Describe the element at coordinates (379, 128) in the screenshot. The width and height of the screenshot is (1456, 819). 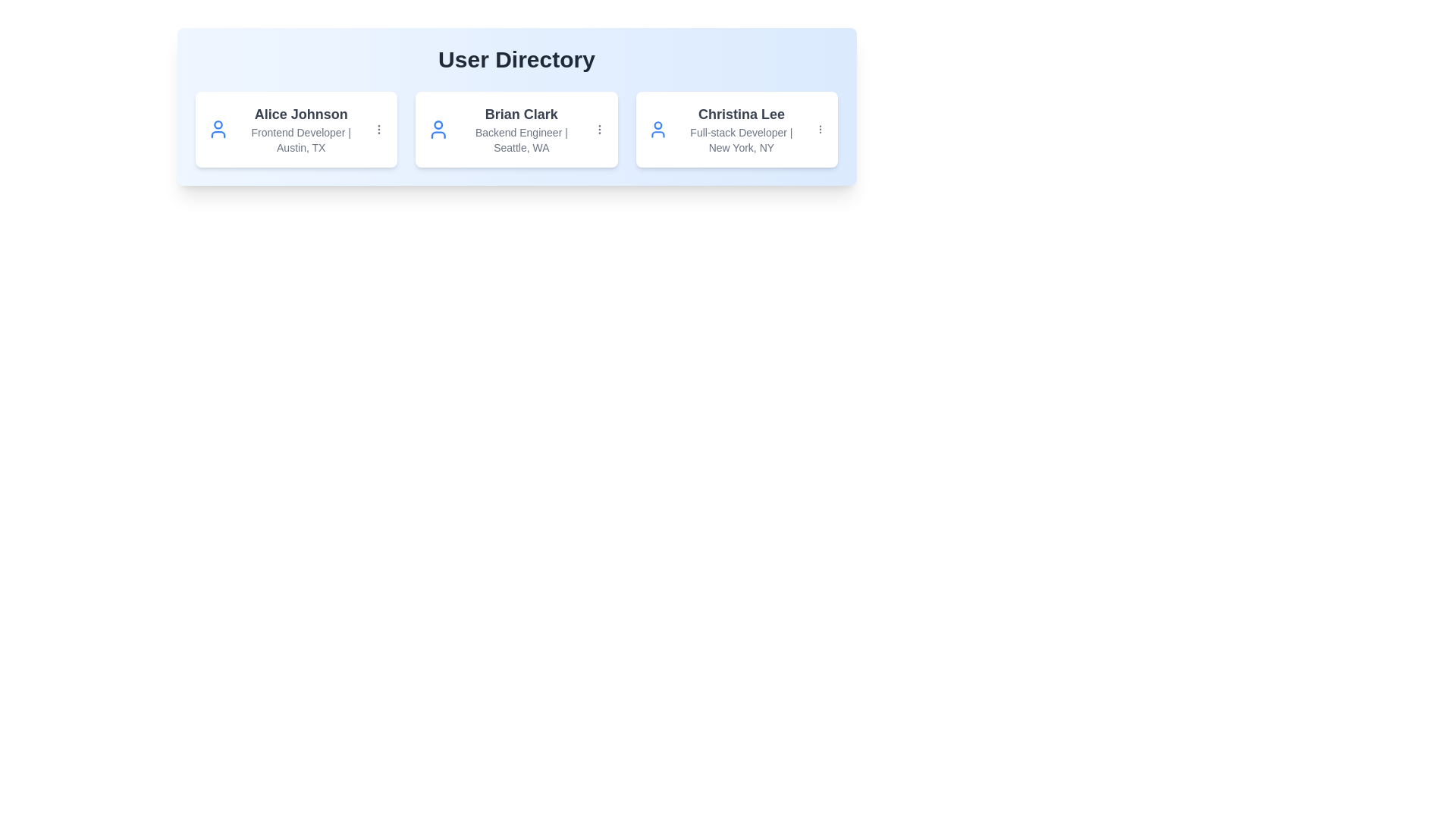
I see `the 'MoreVertical' icon for the user card corresponding to Alice Johnson` at that location.